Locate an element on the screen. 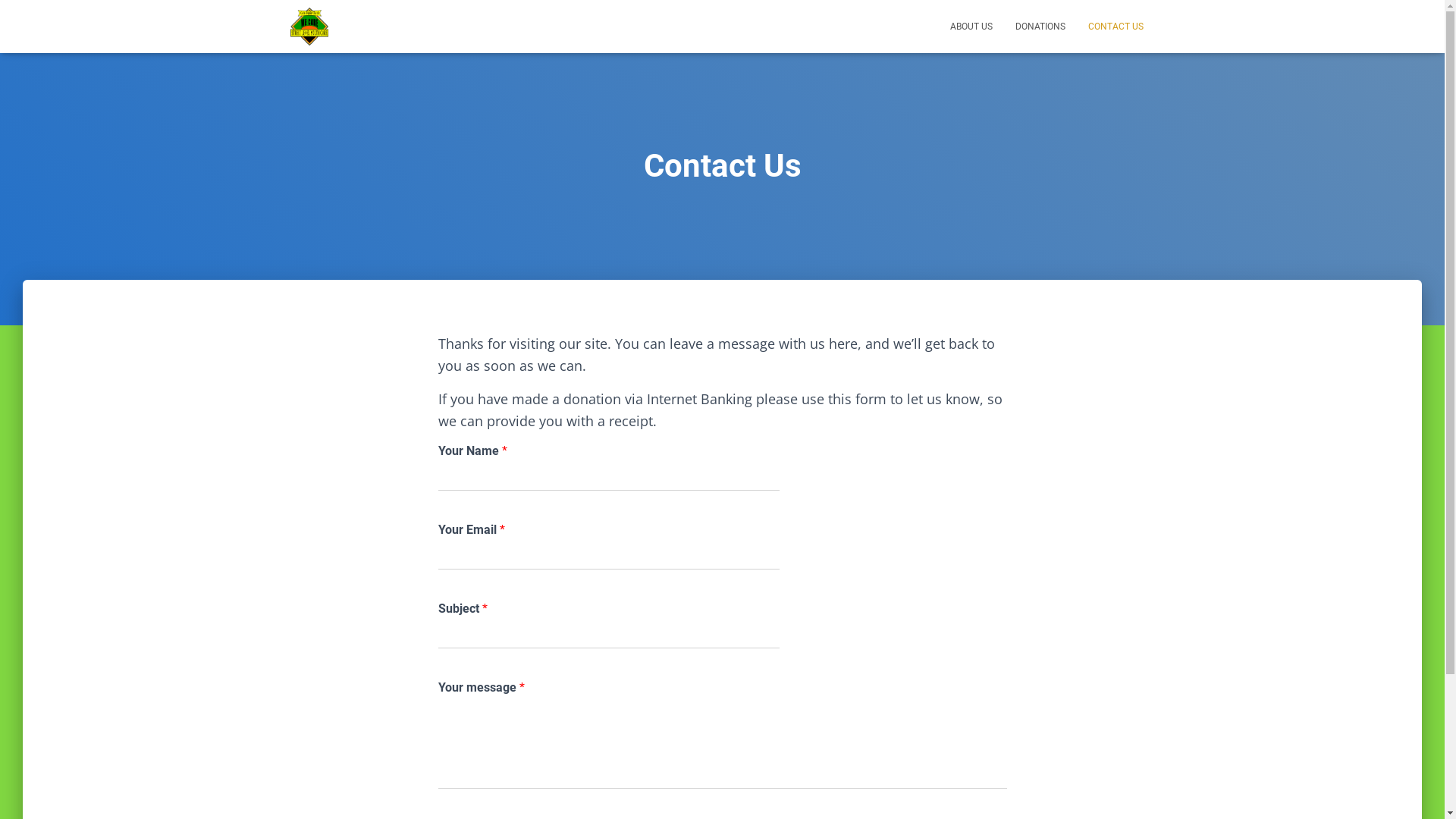 This screenshot has width=1456, height=819. 'CONTACT US' is located at coordinates (1116, 26).